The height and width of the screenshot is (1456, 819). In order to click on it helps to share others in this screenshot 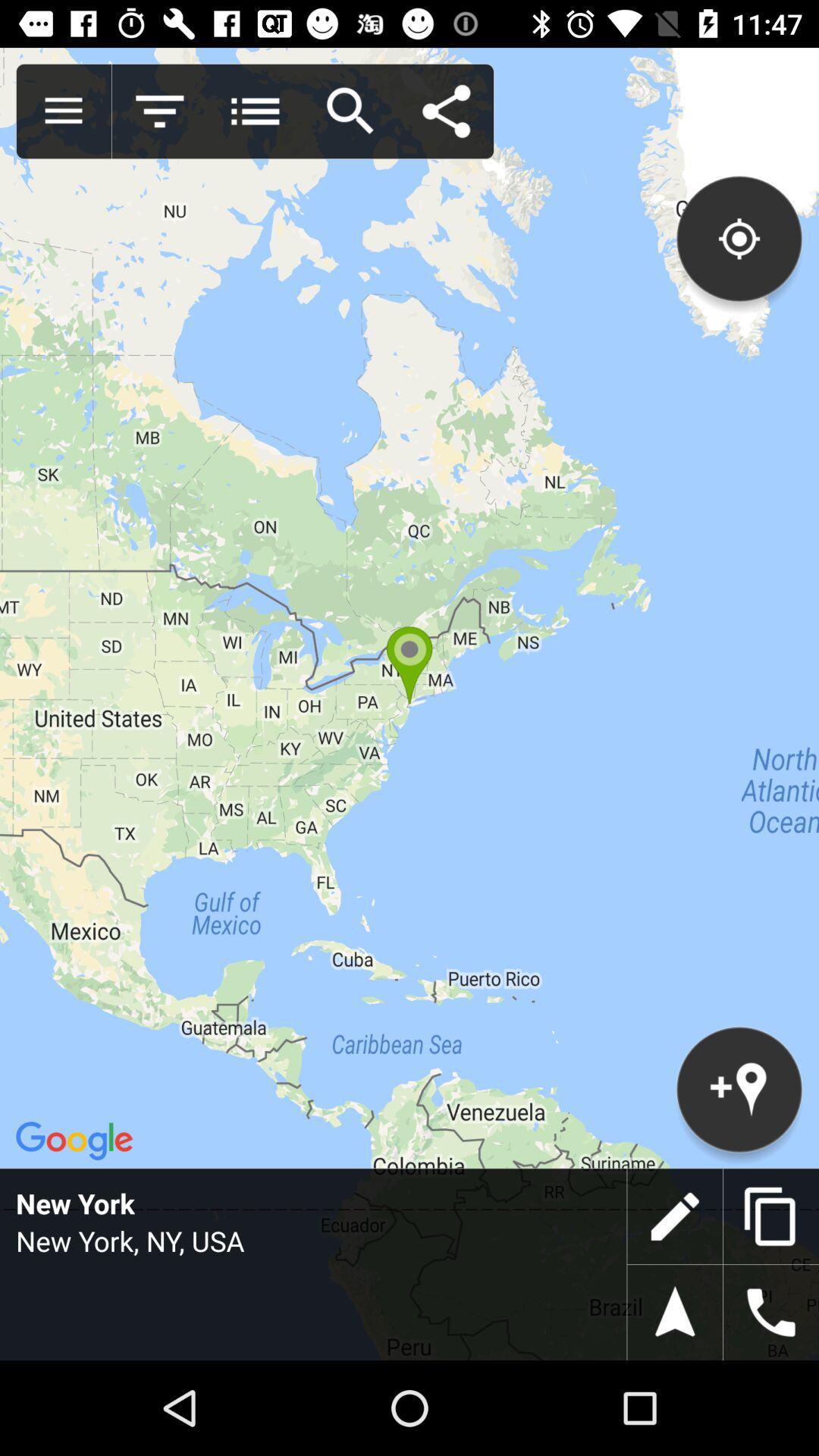, I will do `click(445, 111)`.